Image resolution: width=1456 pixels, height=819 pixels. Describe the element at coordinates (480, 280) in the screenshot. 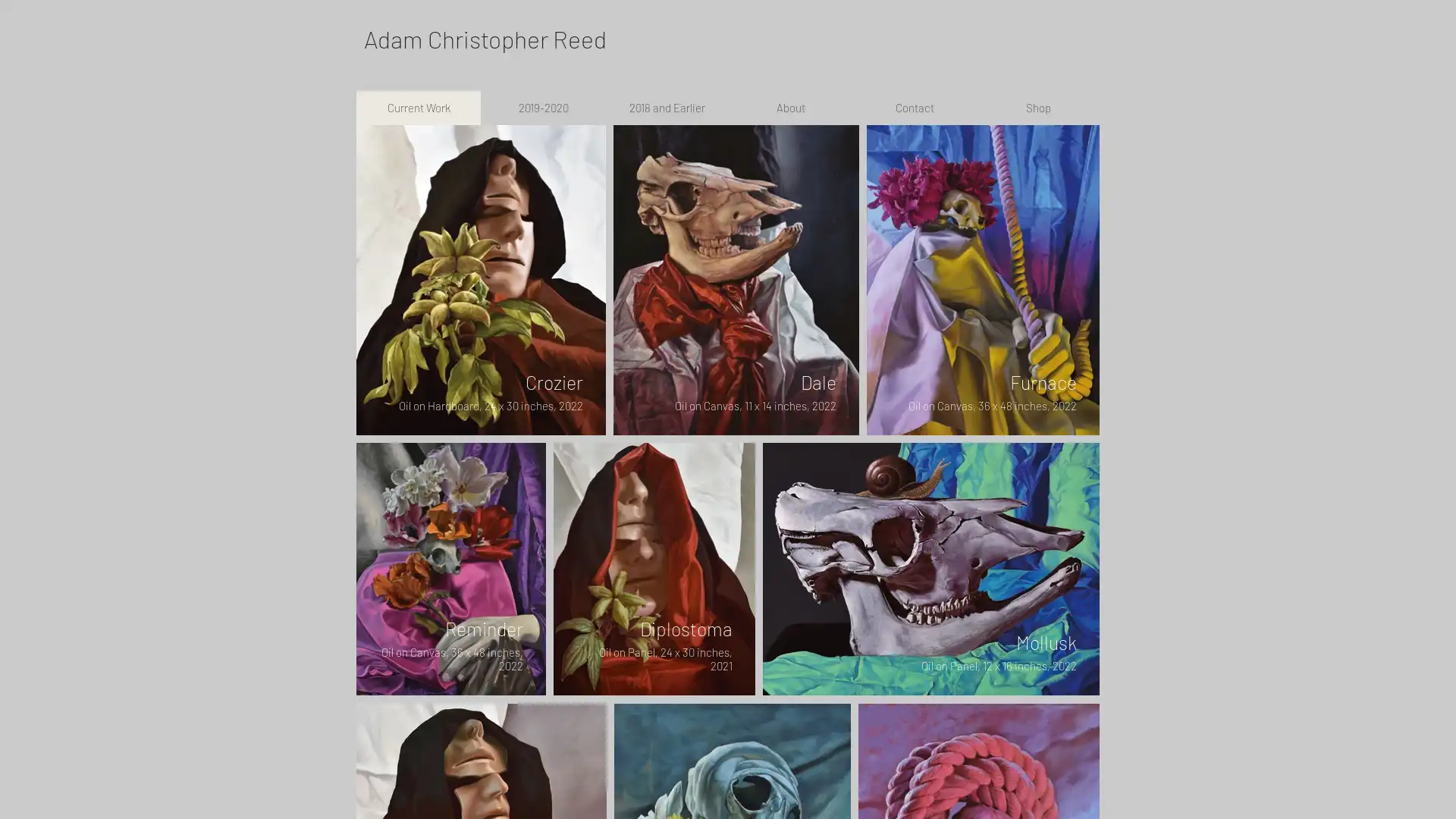

I see `202202001---Crozier.jpg` at that location.